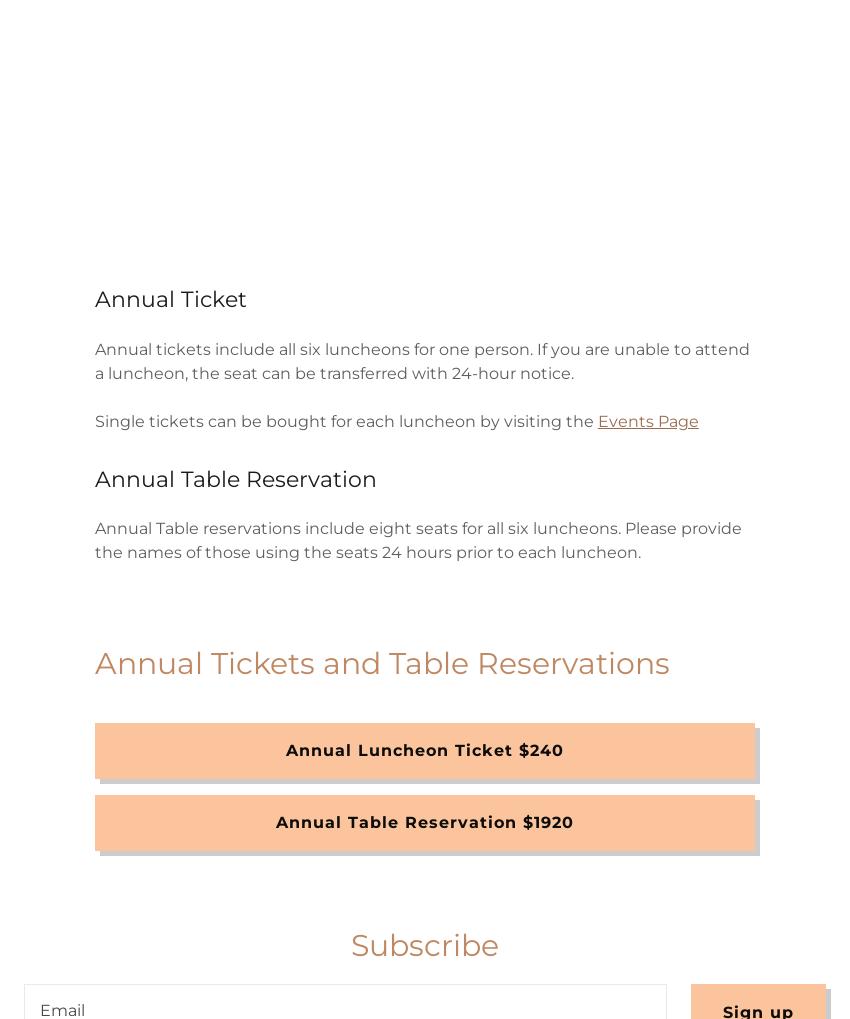 The image size is (850, 1019). I want to click on 'Annual Tickets and Table Reservations', so click(380, 662).